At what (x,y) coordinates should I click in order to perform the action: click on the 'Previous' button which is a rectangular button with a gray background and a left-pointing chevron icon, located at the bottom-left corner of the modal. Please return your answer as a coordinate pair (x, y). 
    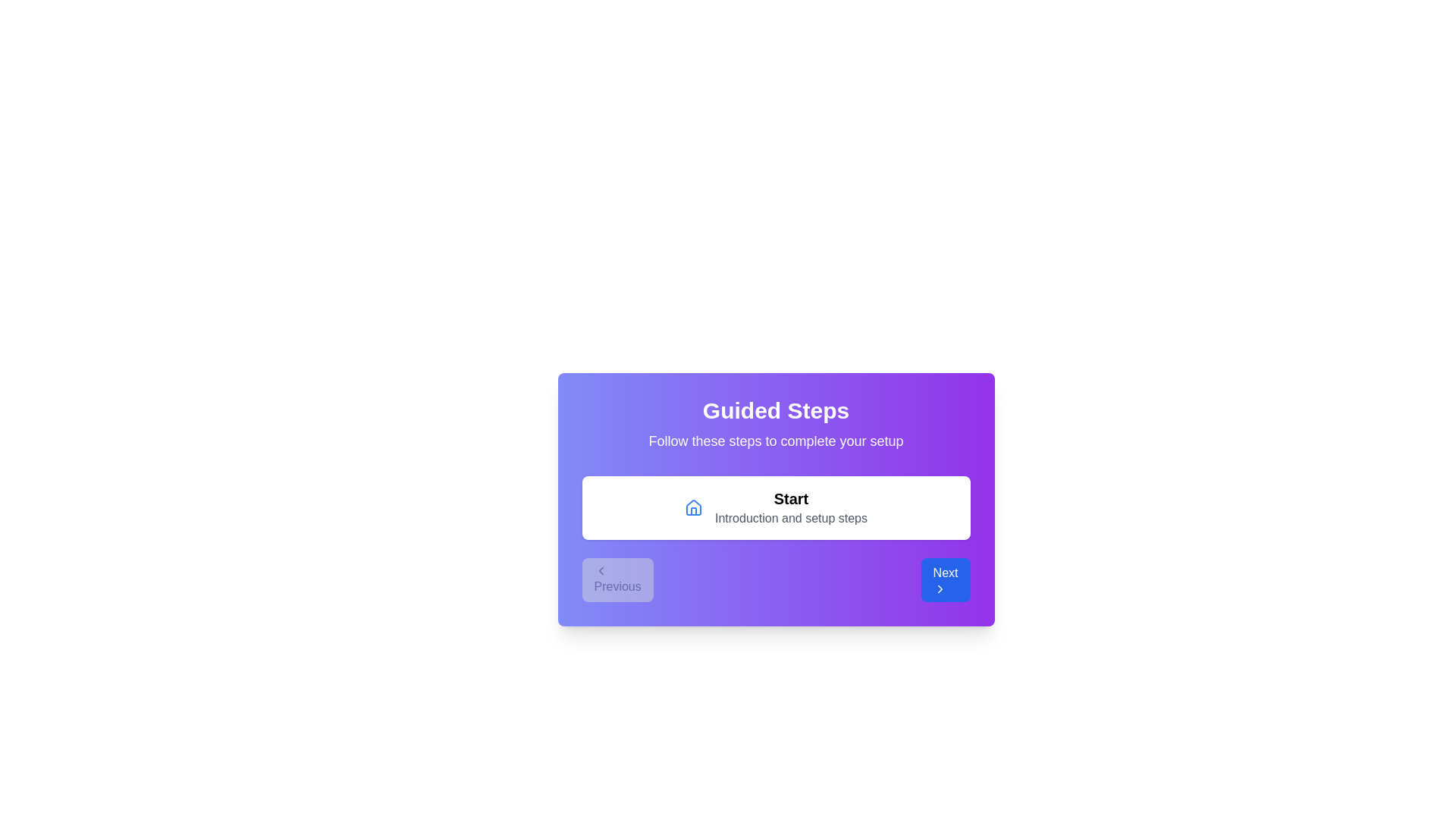
    Looking at the image, I should click on (617, 579).